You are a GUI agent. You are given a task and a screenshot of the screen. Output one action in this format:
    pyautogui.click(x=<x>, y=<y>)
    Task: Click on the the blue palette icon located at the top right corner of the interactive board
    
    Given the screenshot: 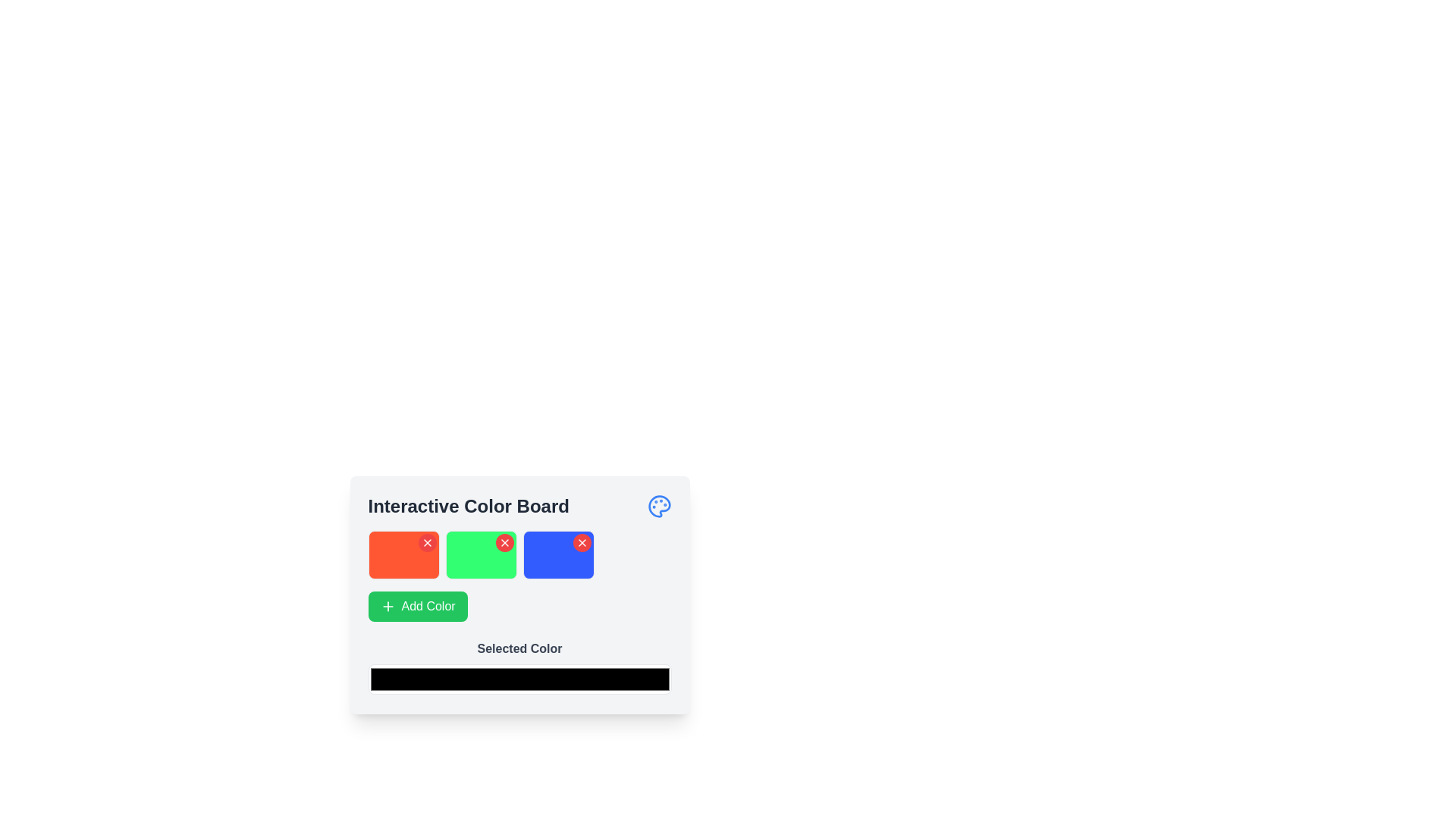 What is the action you would take?
    pyautogui.click(x=658, y=506)
    